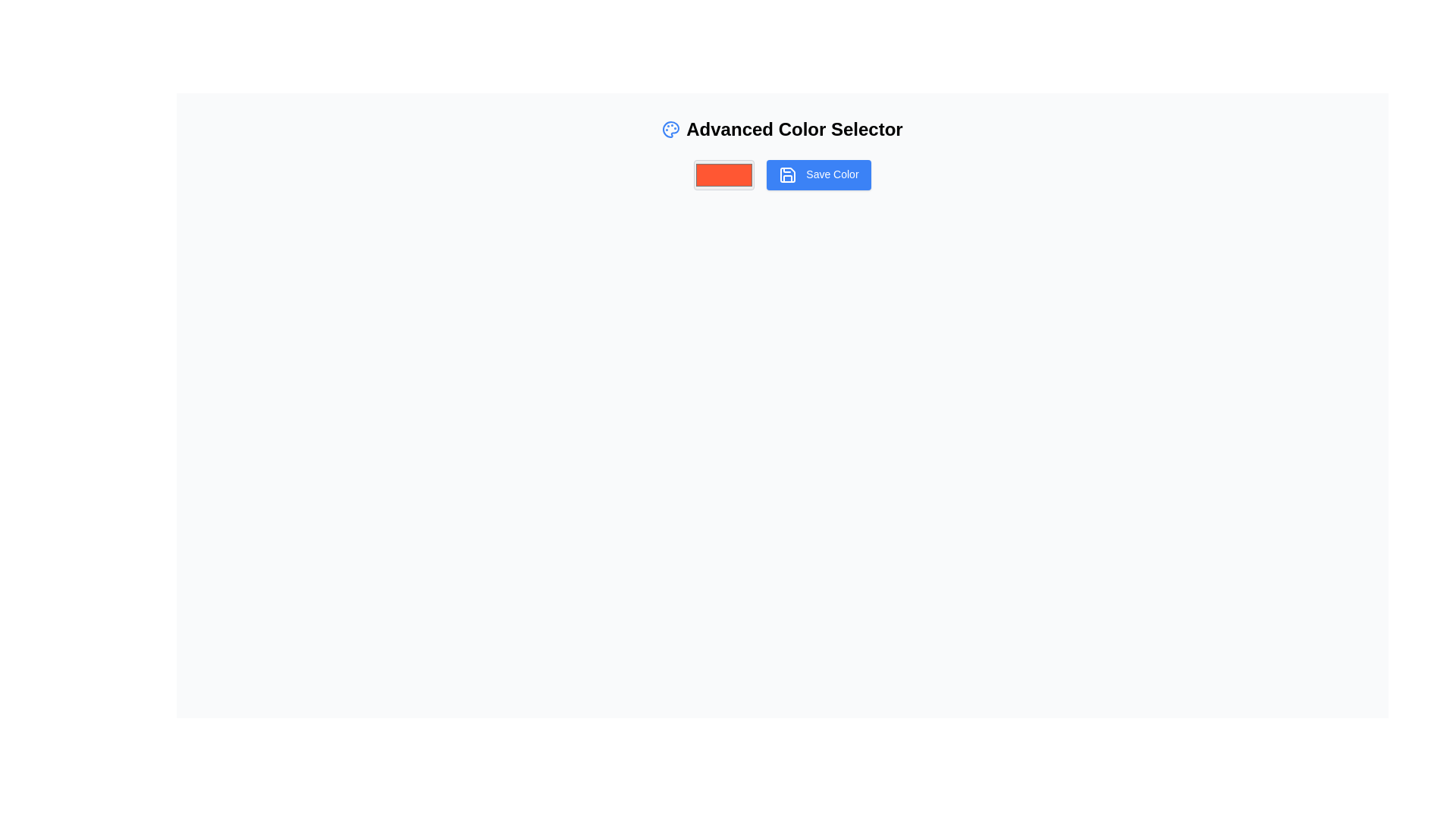  Describe the element at coordinates (788, 174) in the screenshot. I see `the floppy disk icon within the 'Save Color' blue button` at that location.